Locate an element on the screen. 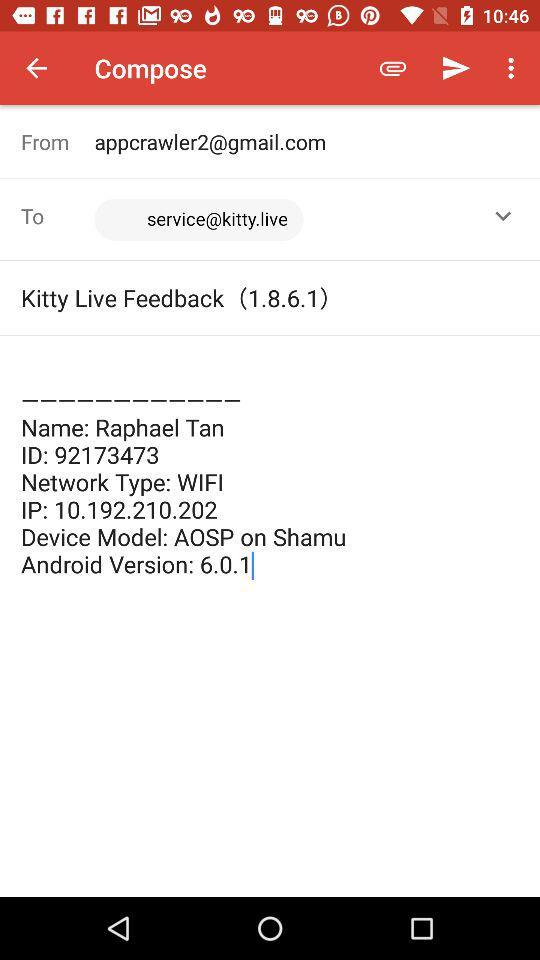  icon above appcrawler2@gmail.com is located at coordinates (393, 68).